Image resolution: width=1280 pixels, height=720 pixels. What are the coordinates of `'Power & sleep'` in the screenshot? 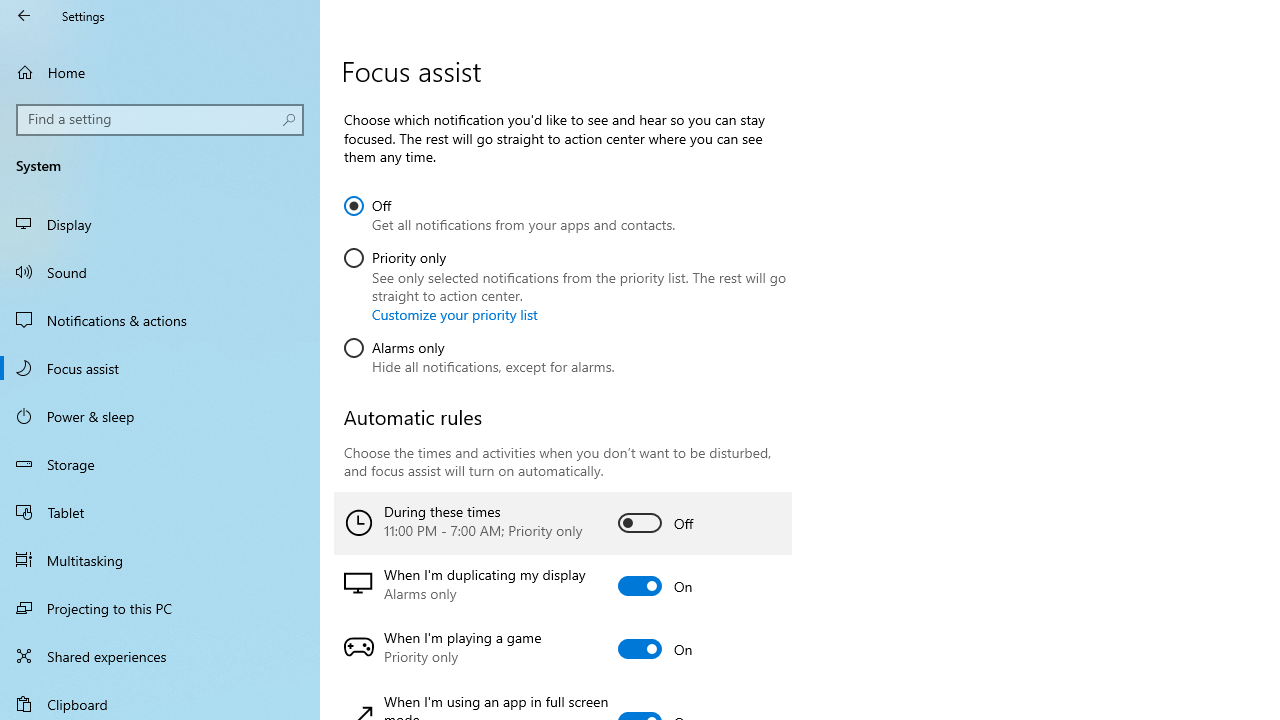 It's located at (160, 414).